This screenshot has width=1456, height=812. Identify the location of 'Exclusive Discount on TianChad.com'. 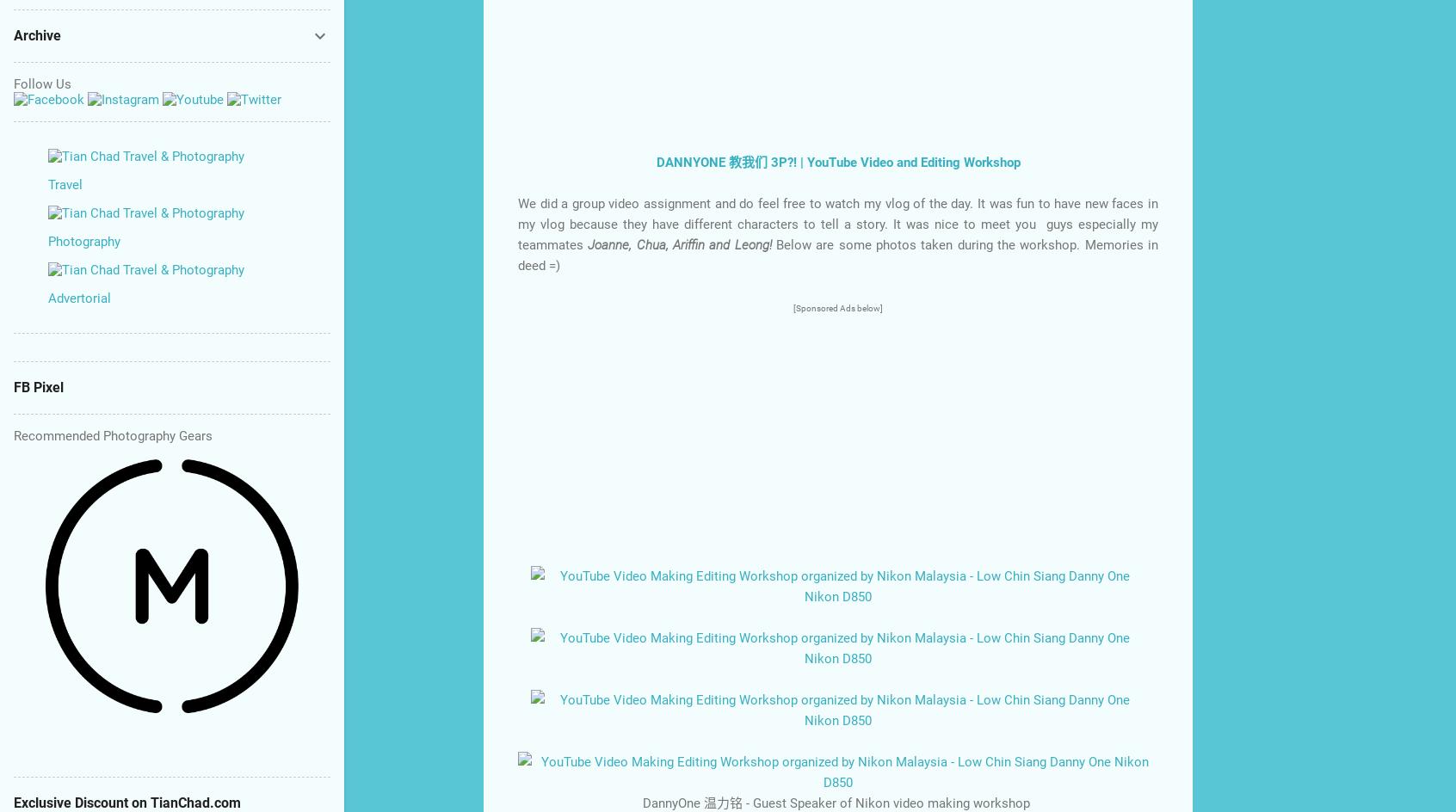
(126, 801).